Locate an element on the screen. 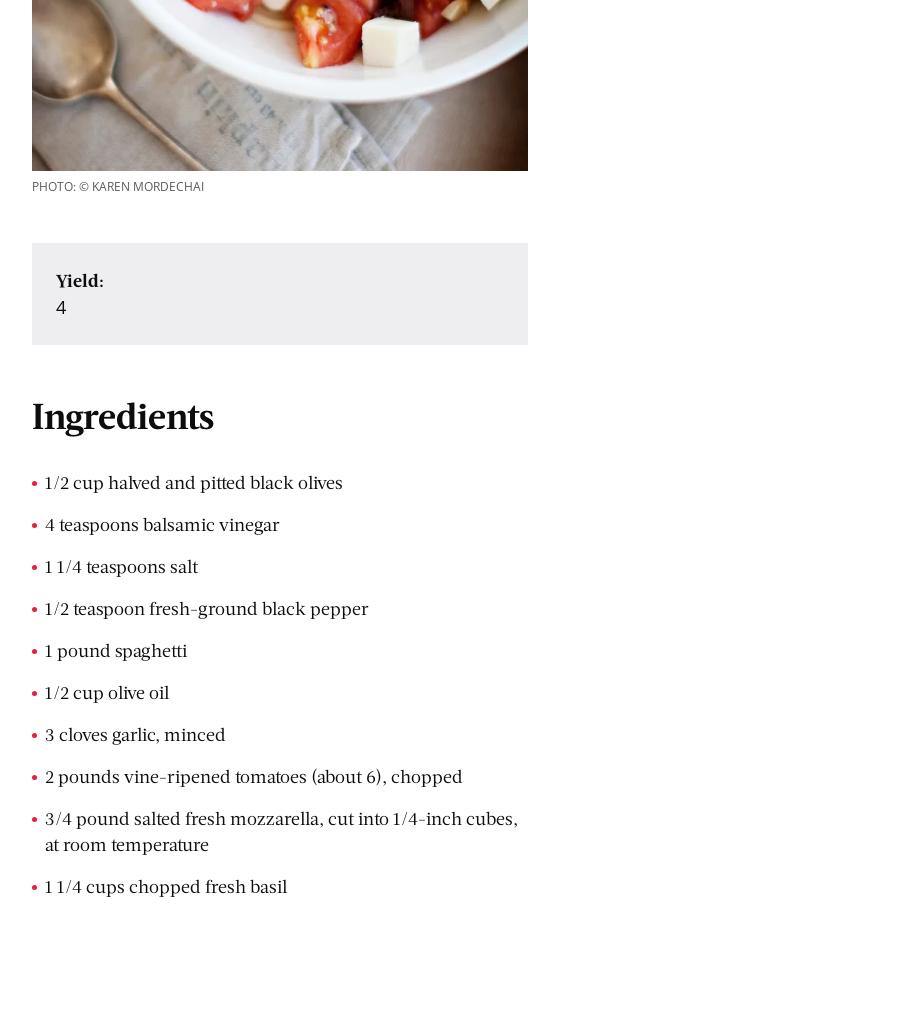 Image resolution: width=900 pixels, height=1023 pixels. '3/4 pound salted fresh mozzarella, cut into 1/4-inch cubes, at room temperature' is located at coordinates (44, 829).